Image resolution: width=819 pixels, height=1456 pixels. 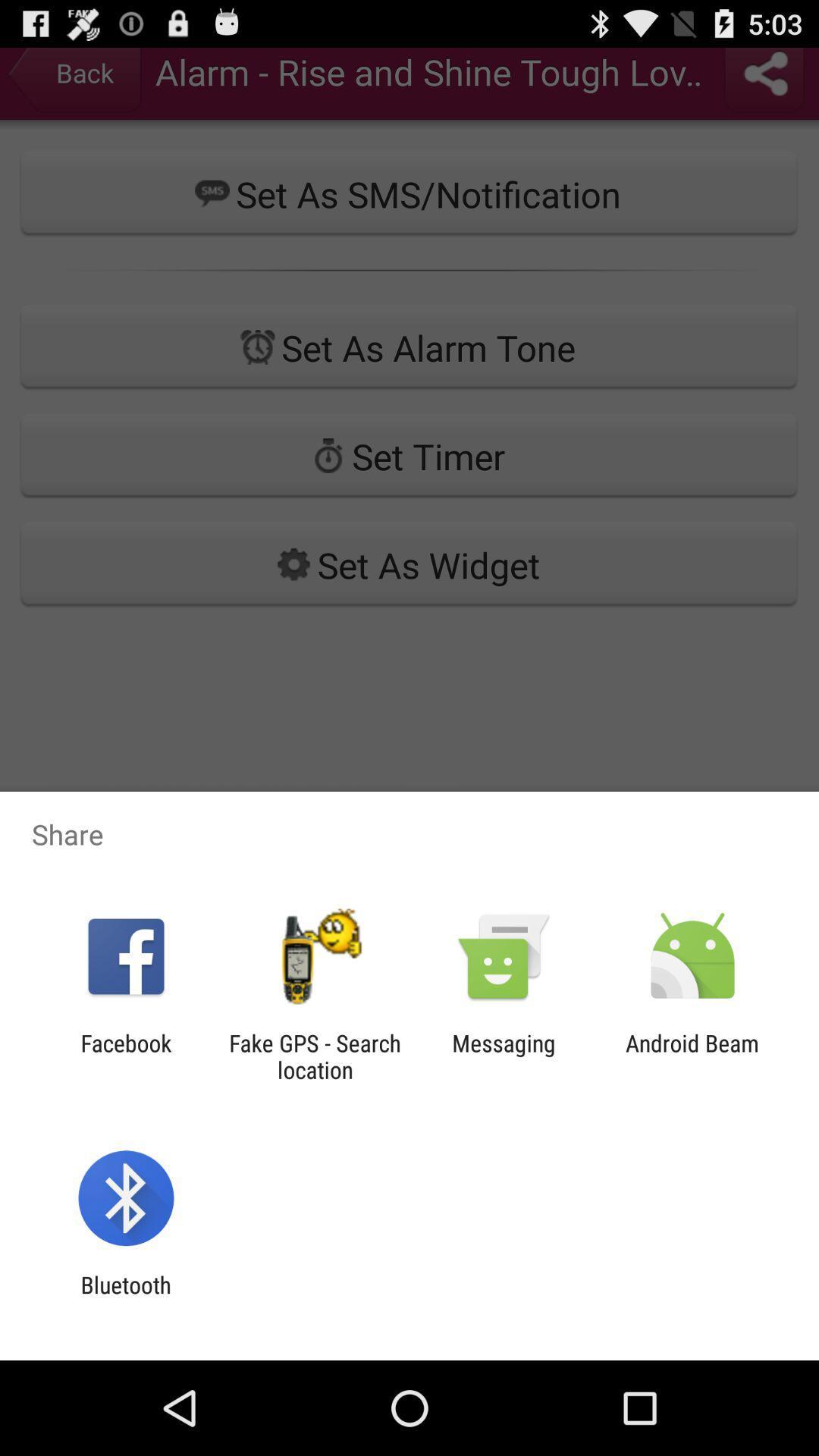 What do you see at coordinates (504, 1056) in the screenshot?
I see `messaging item` at bounding box center [504, 1056].